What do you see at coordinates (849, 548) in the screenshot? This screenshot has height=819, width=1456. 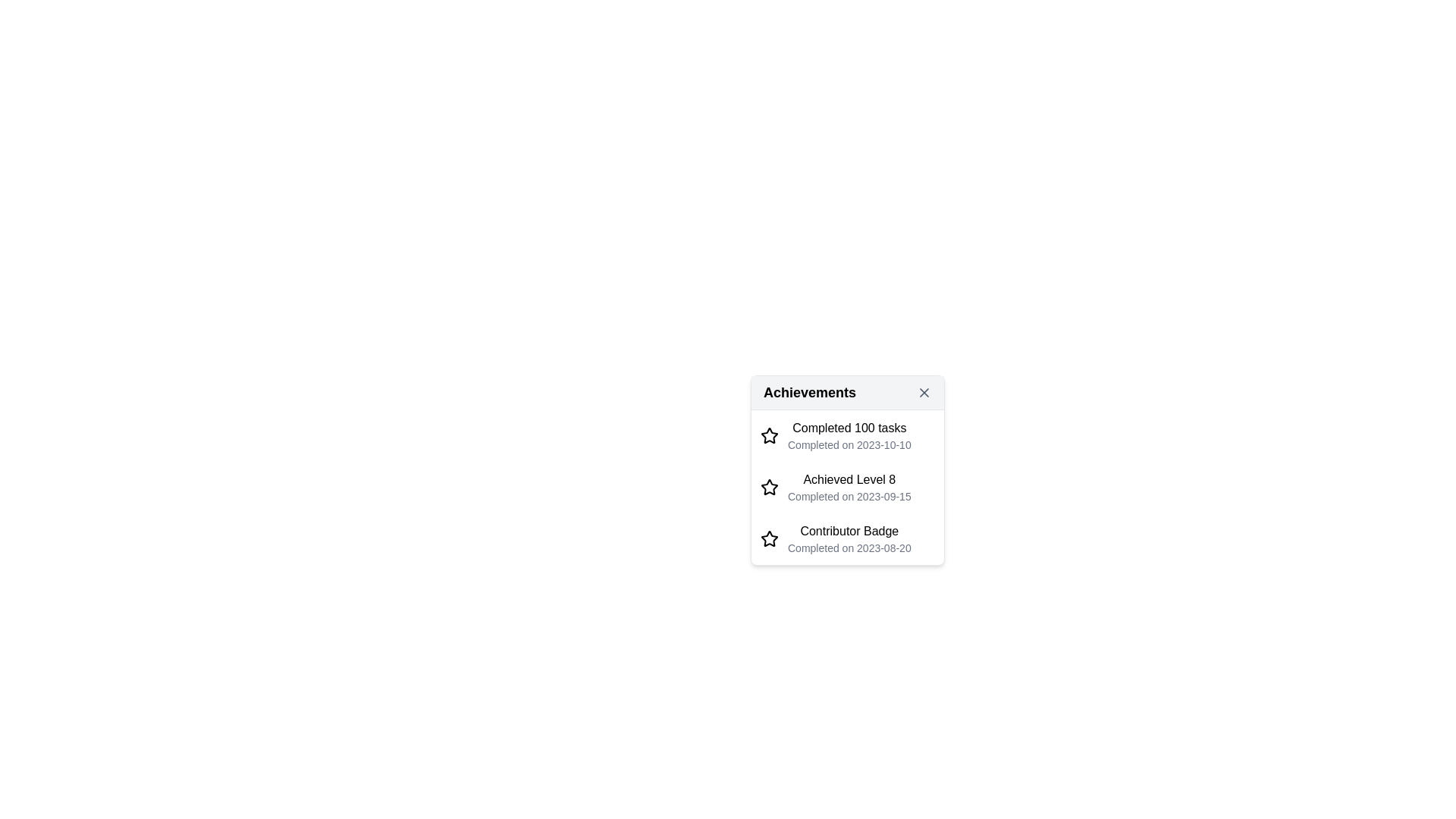 I see `the static text element that reads 'Completed on 2023-08-20', which is located below the 'Contributor Badge' in the 'Achievements' modal` at bounding box center [849, 548].